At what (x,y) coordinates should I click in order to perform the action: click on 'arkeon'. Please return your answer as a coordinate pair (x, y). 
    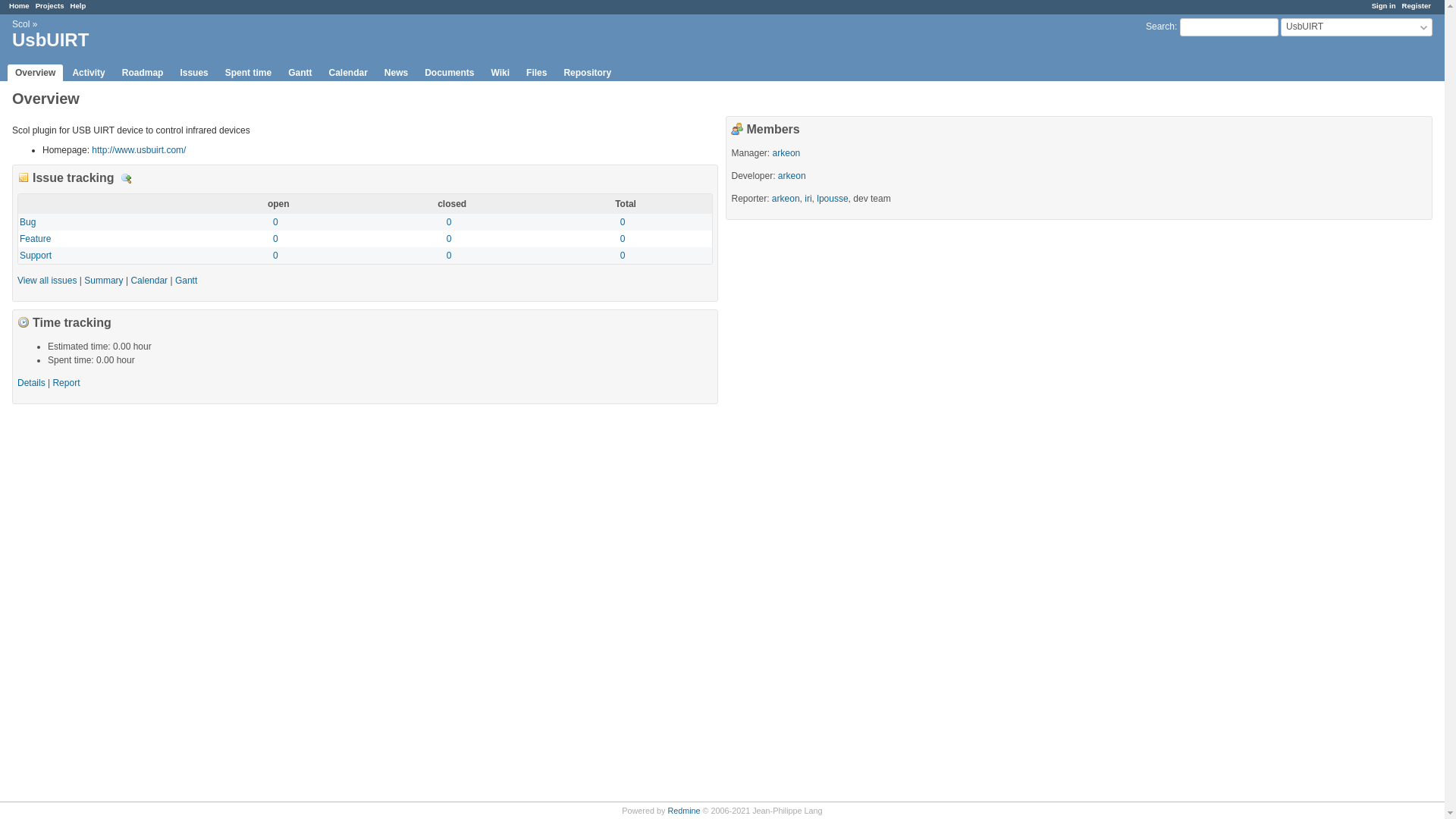
    Looking at the image, I should click on (778, 174).